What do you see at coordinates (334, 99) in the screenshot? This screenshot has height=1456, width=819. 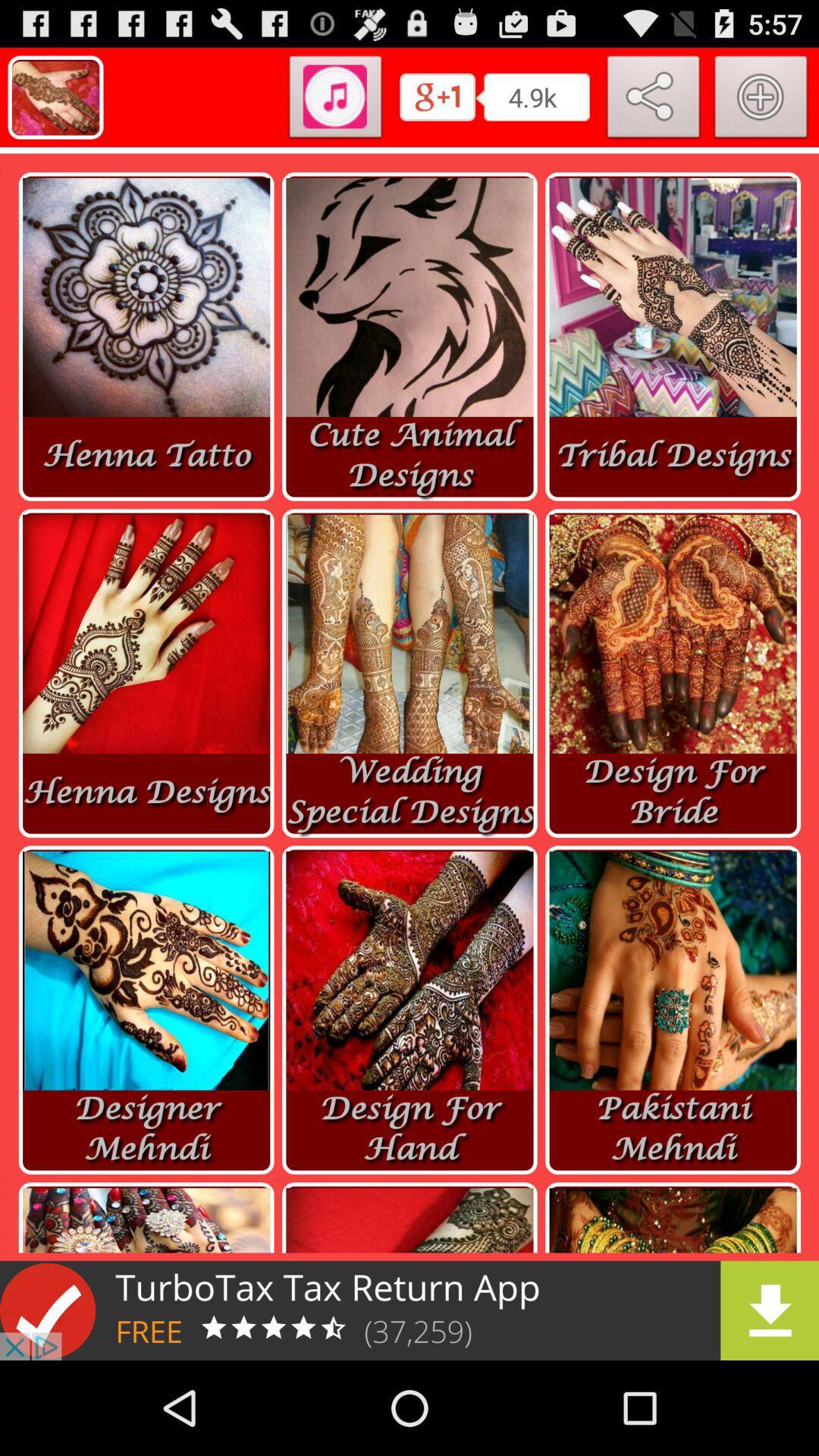 I see `music button` at bounding box center [334, 99].